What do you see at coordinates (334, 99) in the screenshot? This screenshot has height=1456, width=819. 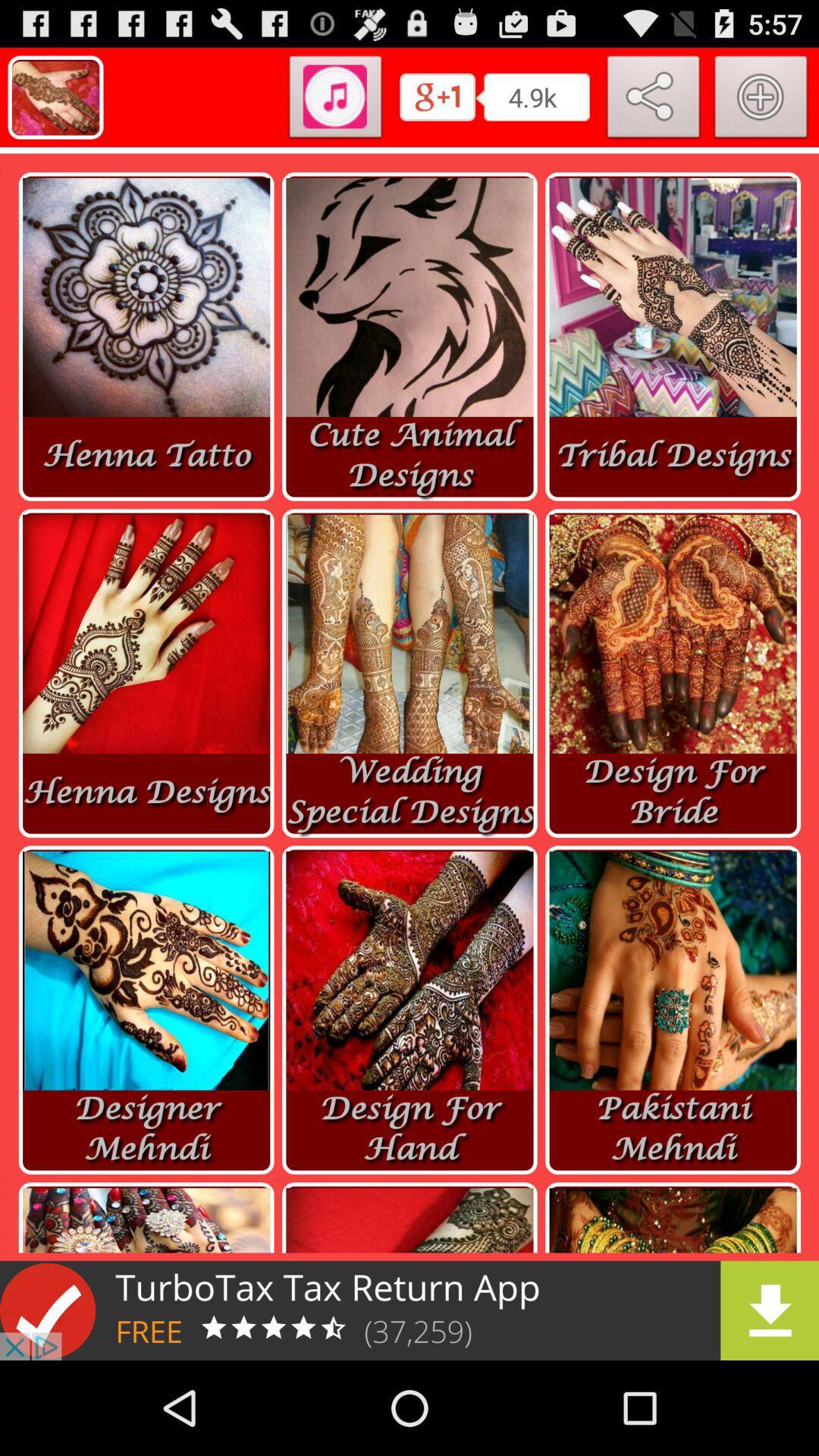 I see `music button` at bounding box center [334, 99].